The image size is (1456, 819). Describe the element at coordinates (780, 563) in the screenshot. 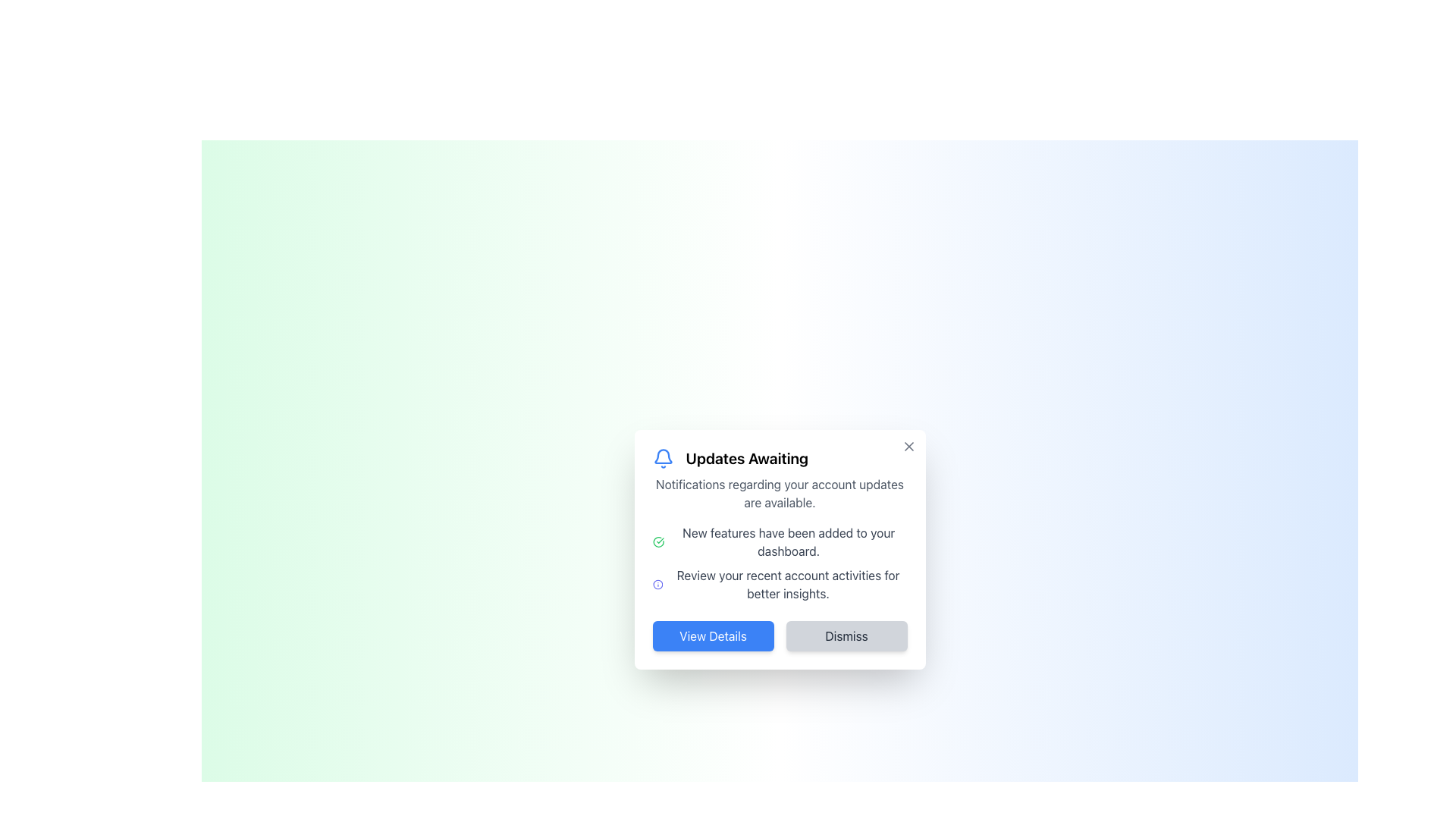

I see `the informational text block that provides notifications about new features and account activities, located below the heading 'Updates Awaiting' and above the buttons 'View Details' and 'Dismiss'` at that location.